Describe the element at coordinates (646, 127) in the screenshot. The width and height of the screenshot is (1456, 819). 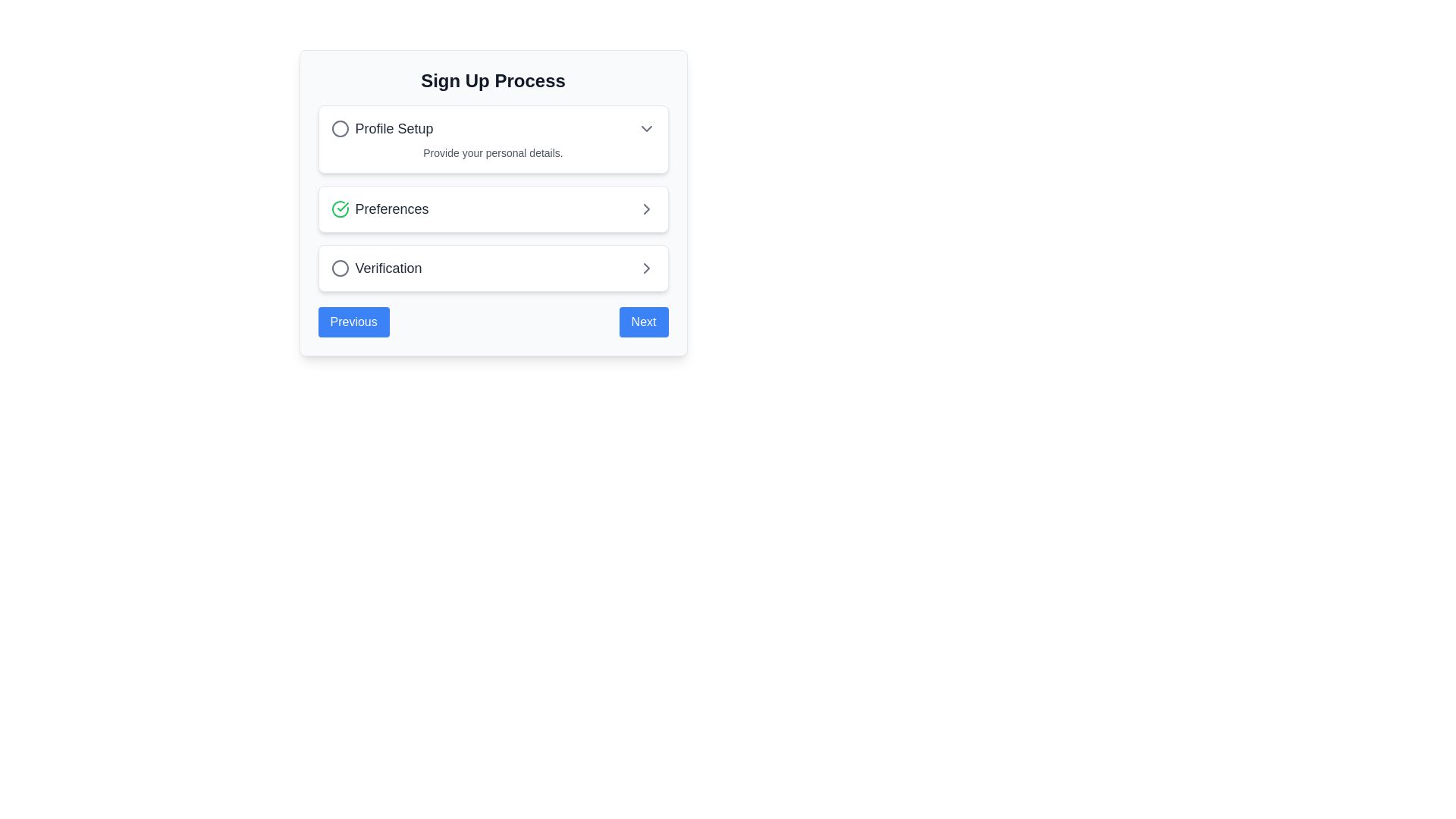
I see `the downward-facing gray arrow icon in the 'Profile Setup' section, located on the right side of the row` at that location.